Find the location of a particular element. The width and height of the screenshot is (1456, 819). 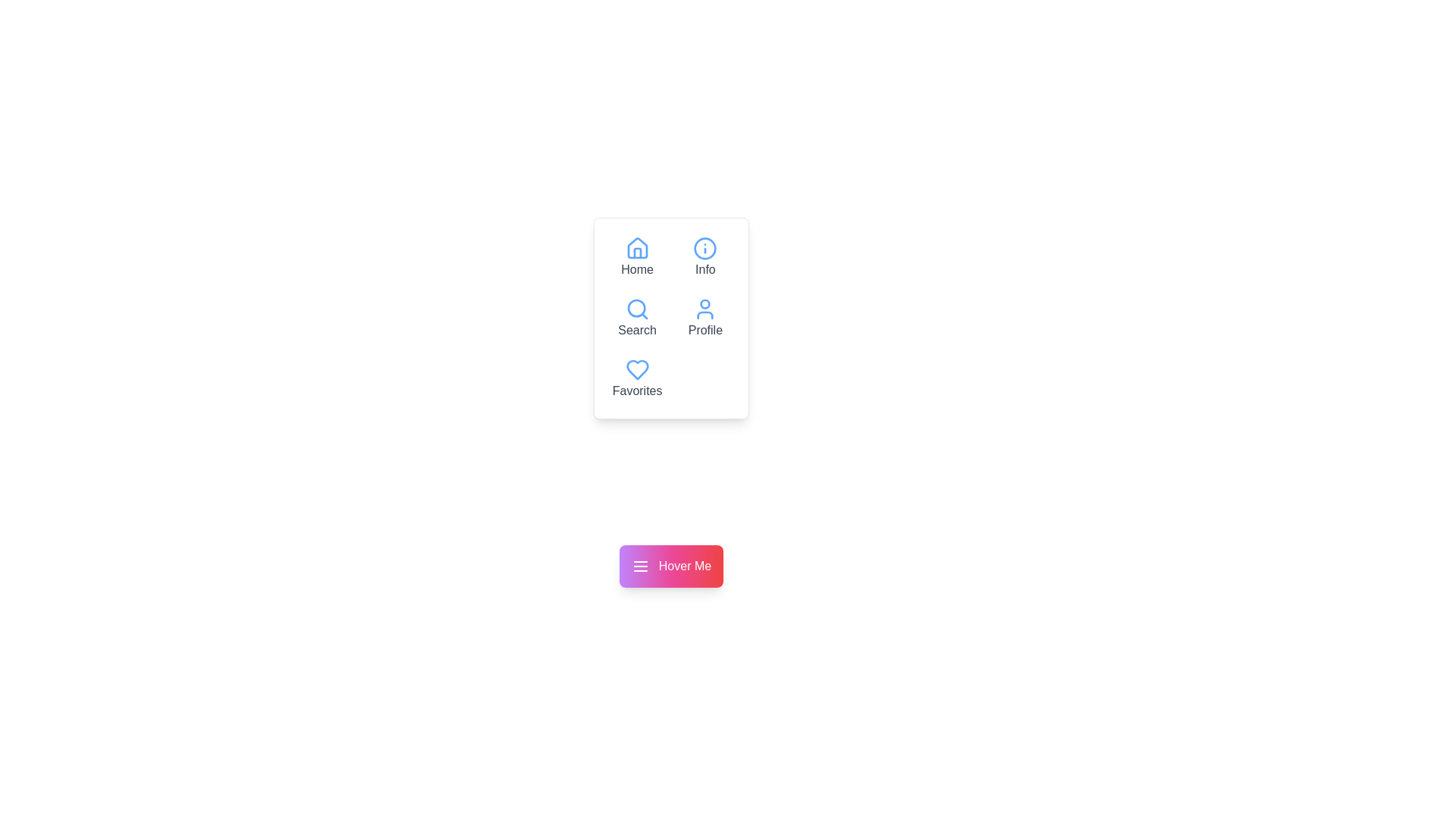

the search icon, which is a circular icon with a blue outline and white fill, located in the second row of a vertical grid layout, to perform actions on adjacent UI components is located at coordinates (636, 307).